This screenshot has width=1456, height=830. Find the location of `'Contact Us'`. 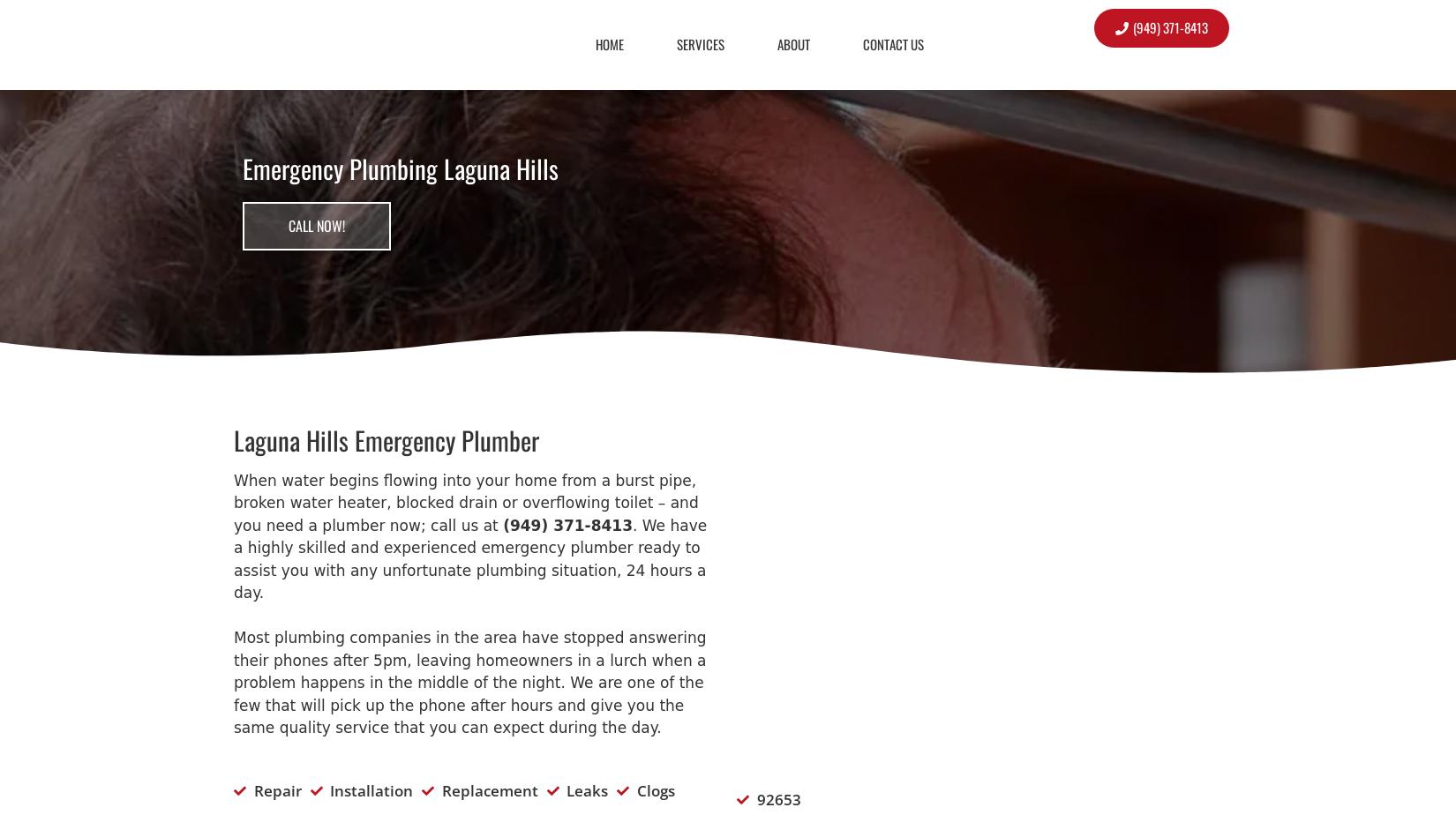

'Contact Us' is located at coordinates (862, 42).